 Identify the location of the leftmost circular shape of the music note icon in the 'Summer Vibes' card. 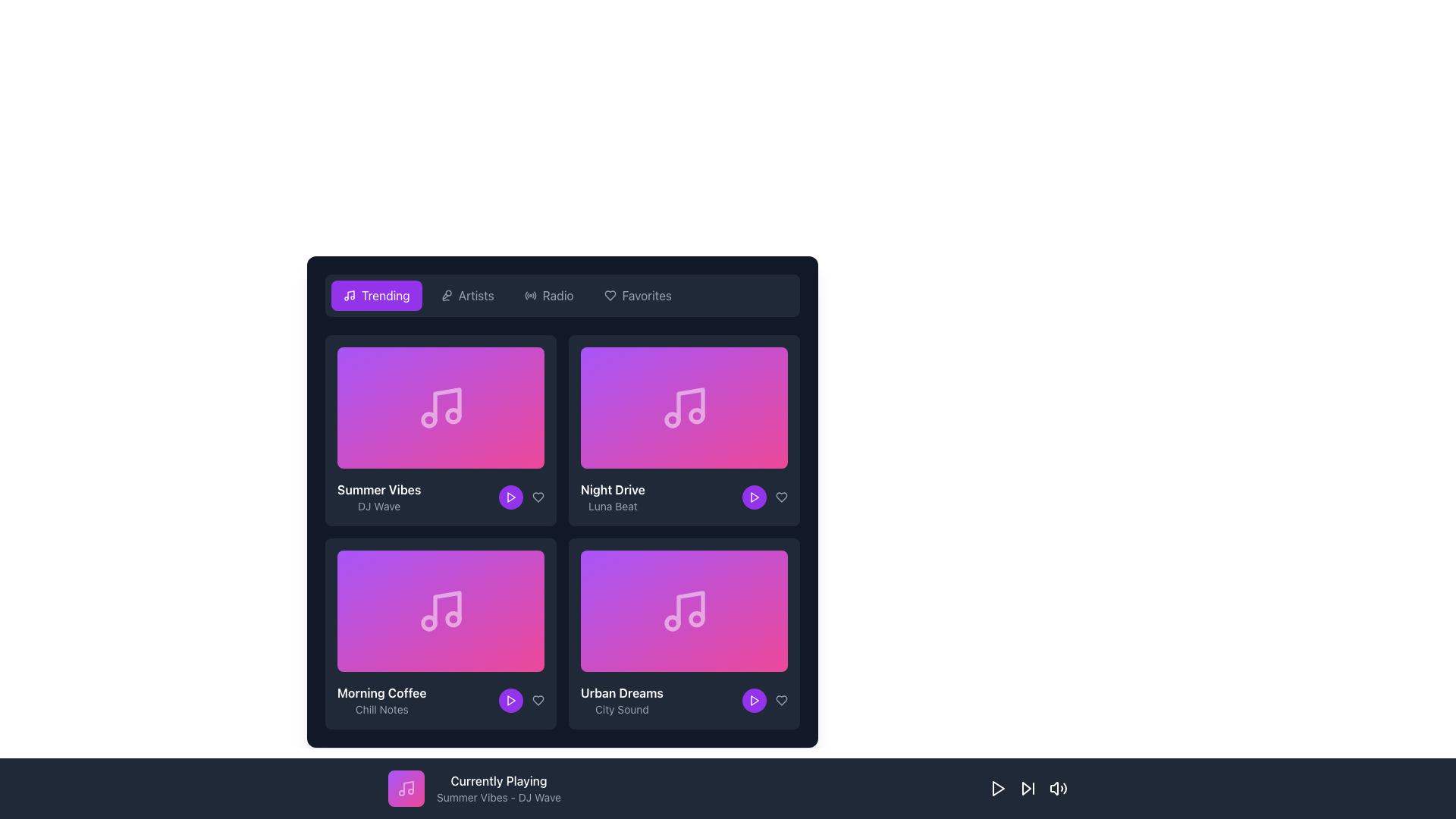
(428, 420).